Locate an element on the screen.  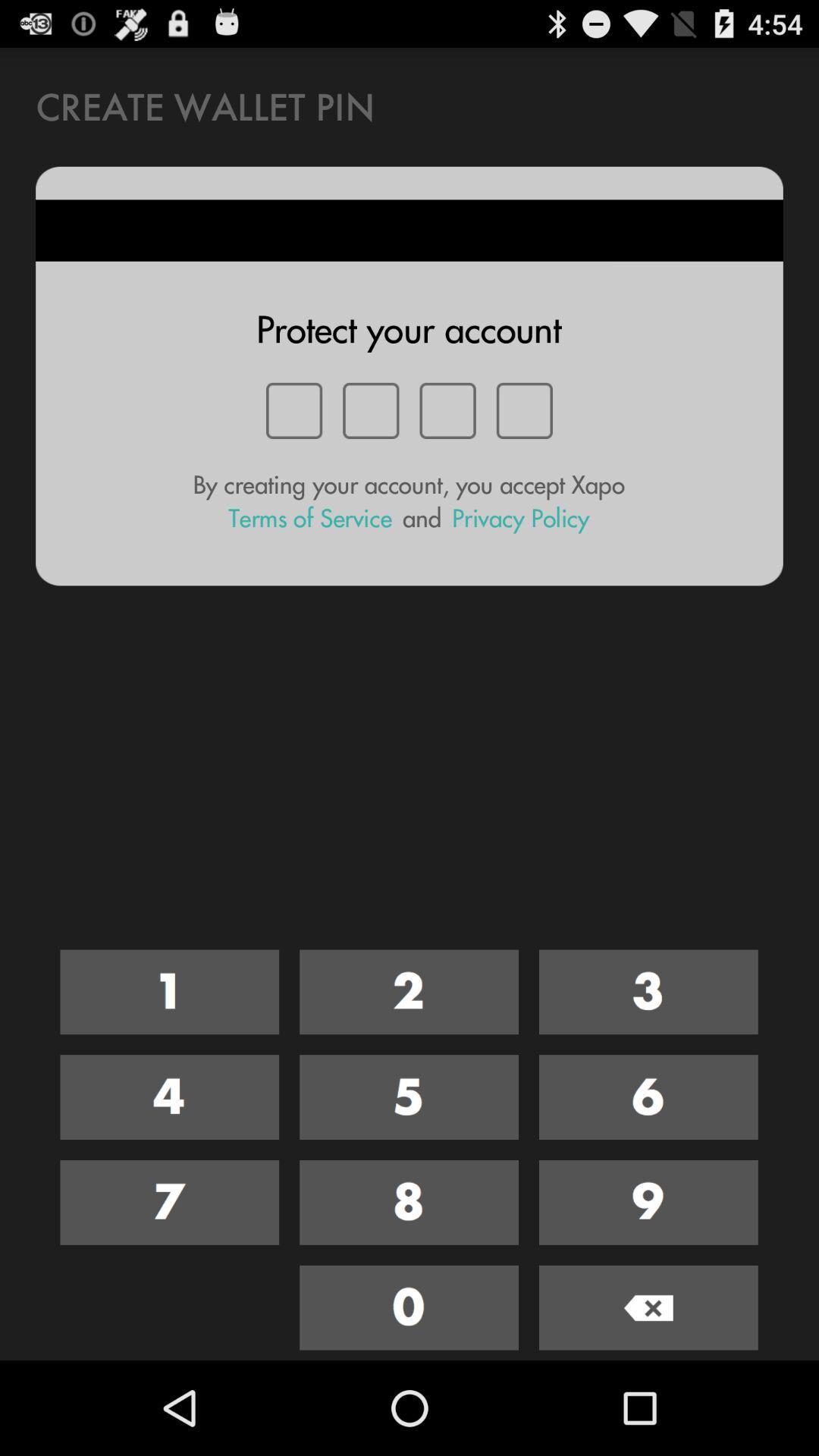
zero is located at coordinates (408, 1307).